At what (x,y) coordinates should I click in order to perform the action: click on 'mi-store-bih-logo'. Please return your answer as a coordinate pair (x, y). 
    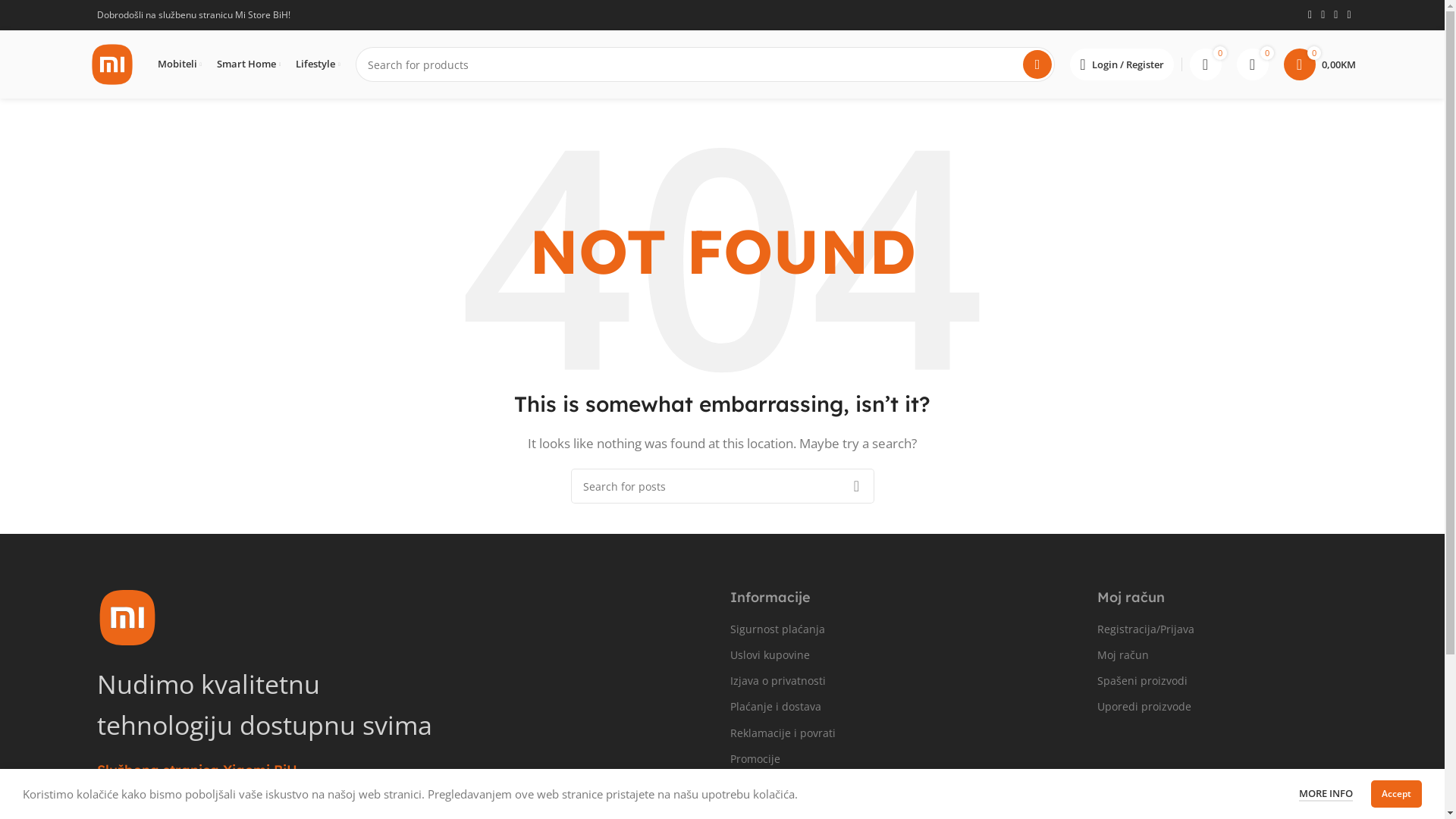
    Looking at the image, I should click on (127, 617).